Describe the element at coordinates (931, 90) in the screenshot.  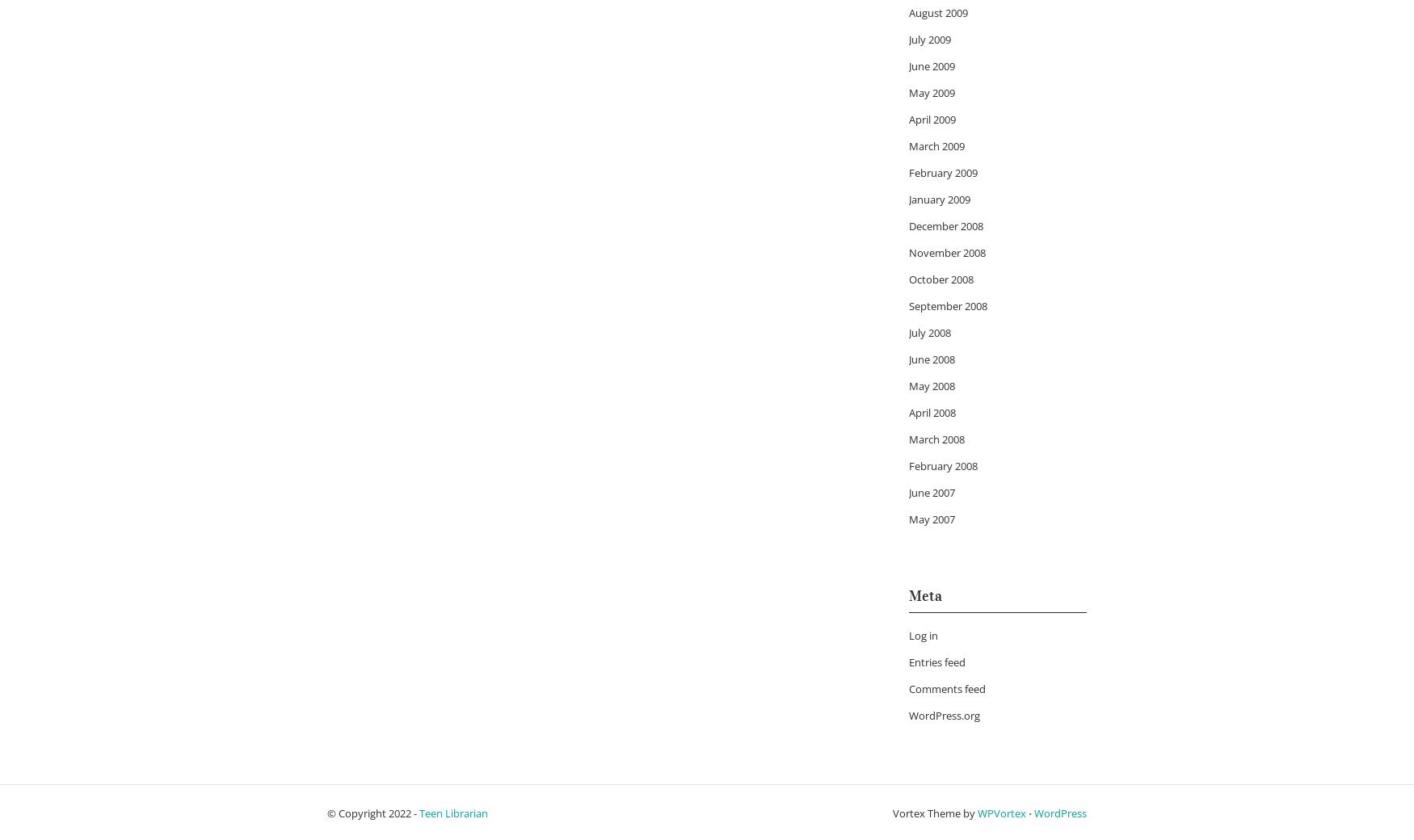
I see `'May 2009'` at that location.